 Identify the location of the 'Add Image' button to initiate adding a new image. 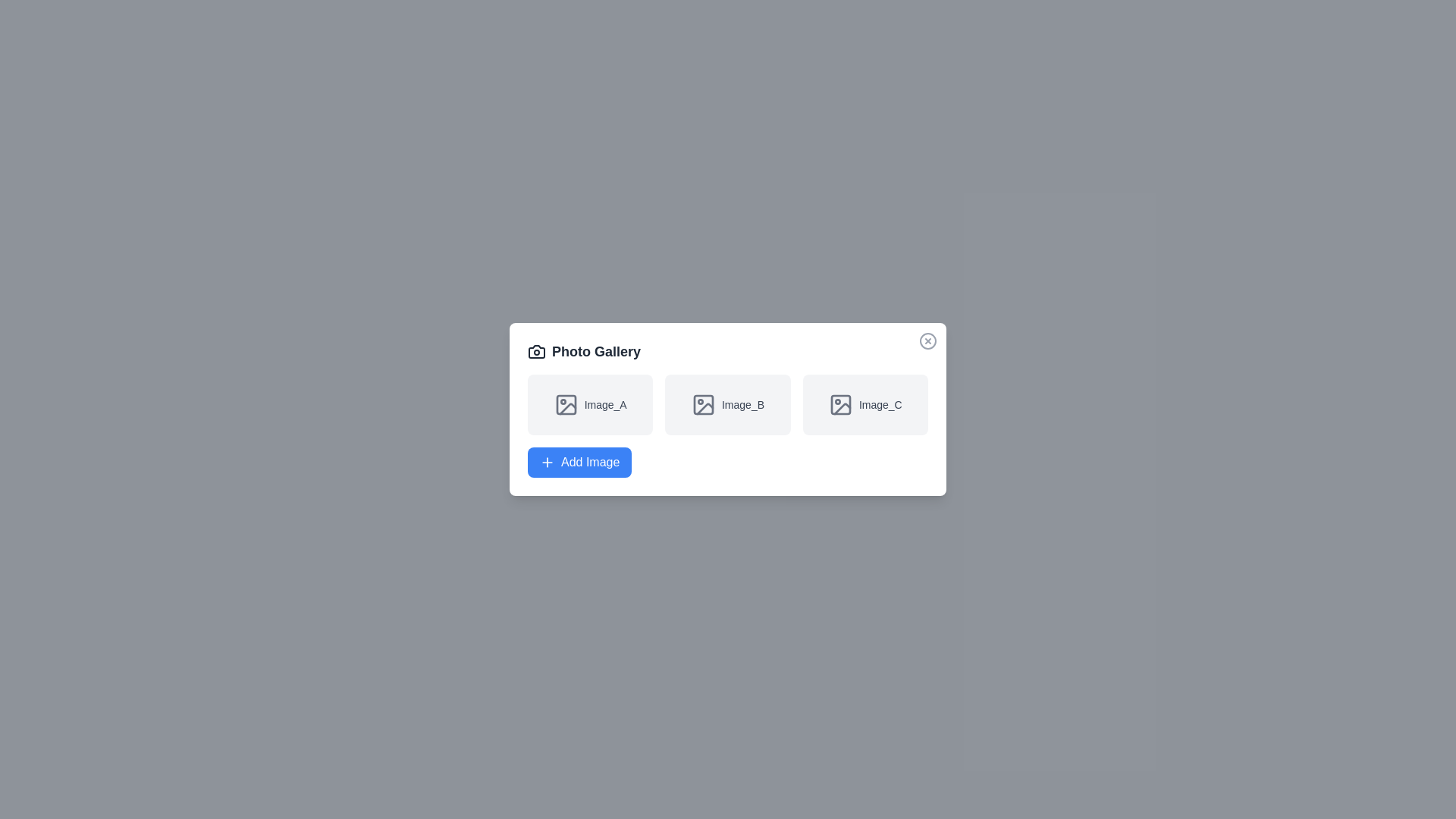
(579, 461).